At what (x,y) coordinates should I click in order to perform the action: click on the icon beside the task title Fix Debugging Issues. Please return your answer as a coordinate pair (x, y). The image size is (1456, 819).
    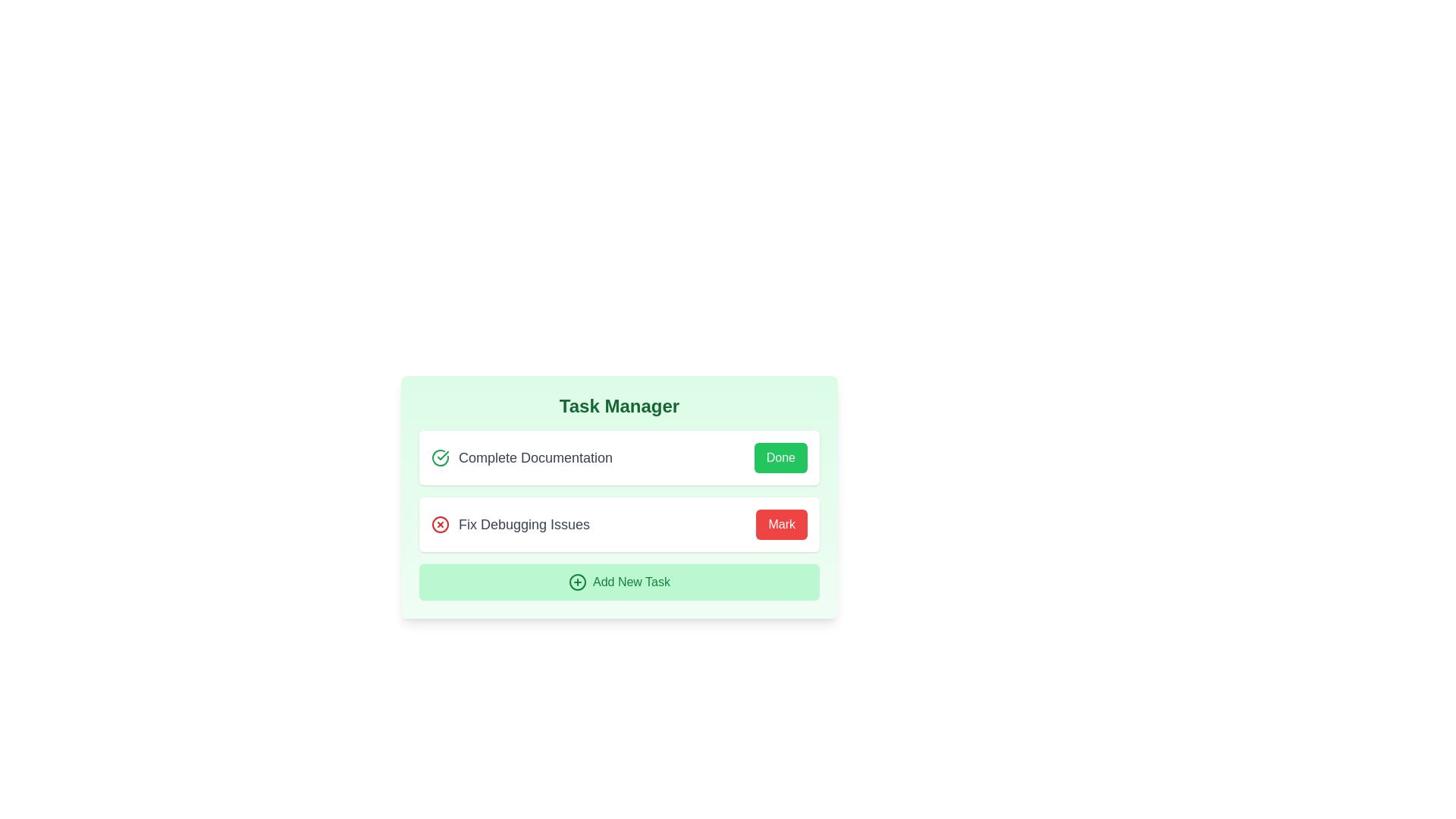
    Looking at the image, I should click on (439, 523).